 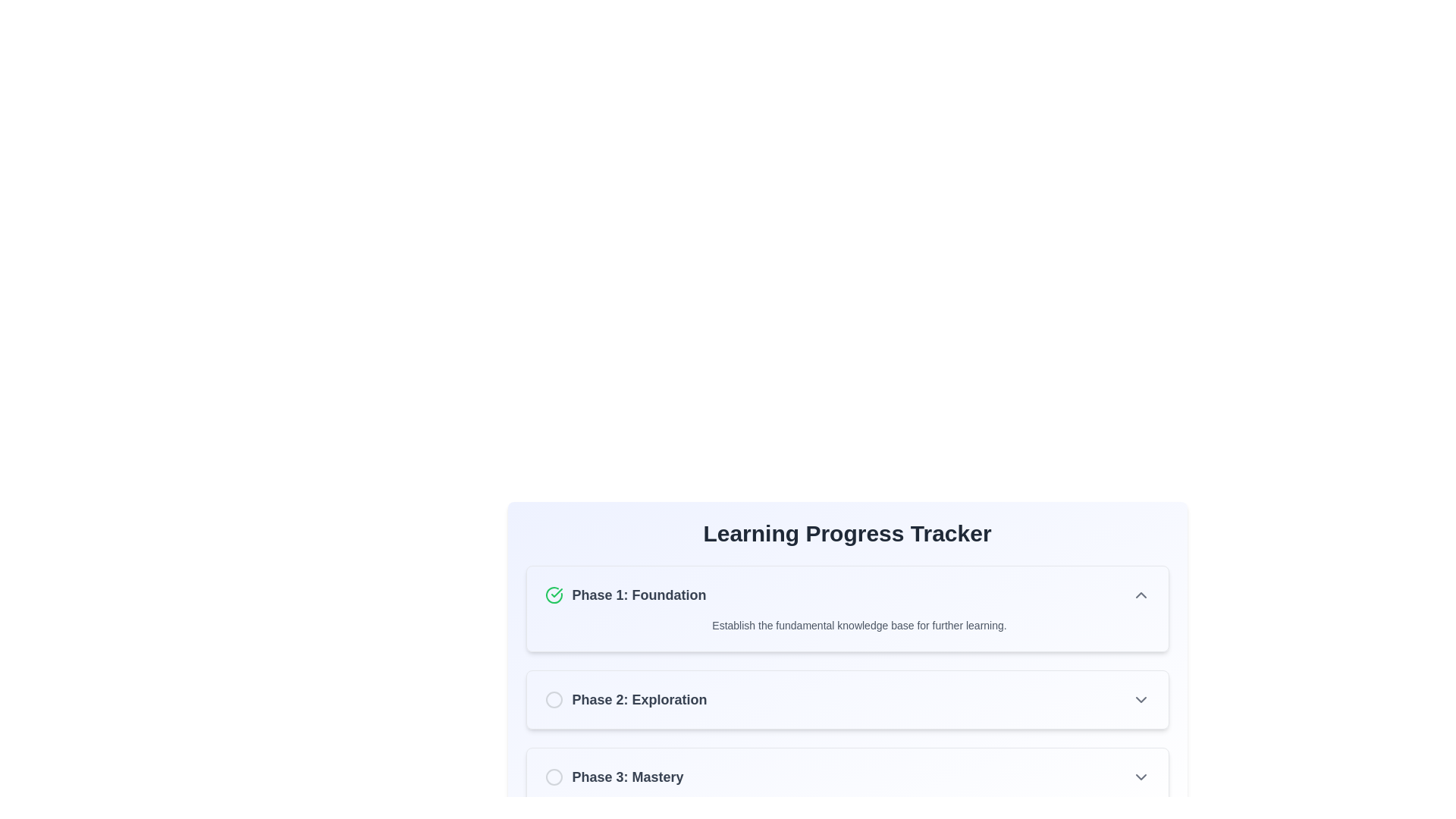 What do you see at coordinates (626, 595) in the screenshot?
I see `text of the first item in the 'Learning Progress Tracker' list, which reads 'Phase 1: Foundation' and includes a green checkmark icon indicating completion` at bounding box center [626, 595].